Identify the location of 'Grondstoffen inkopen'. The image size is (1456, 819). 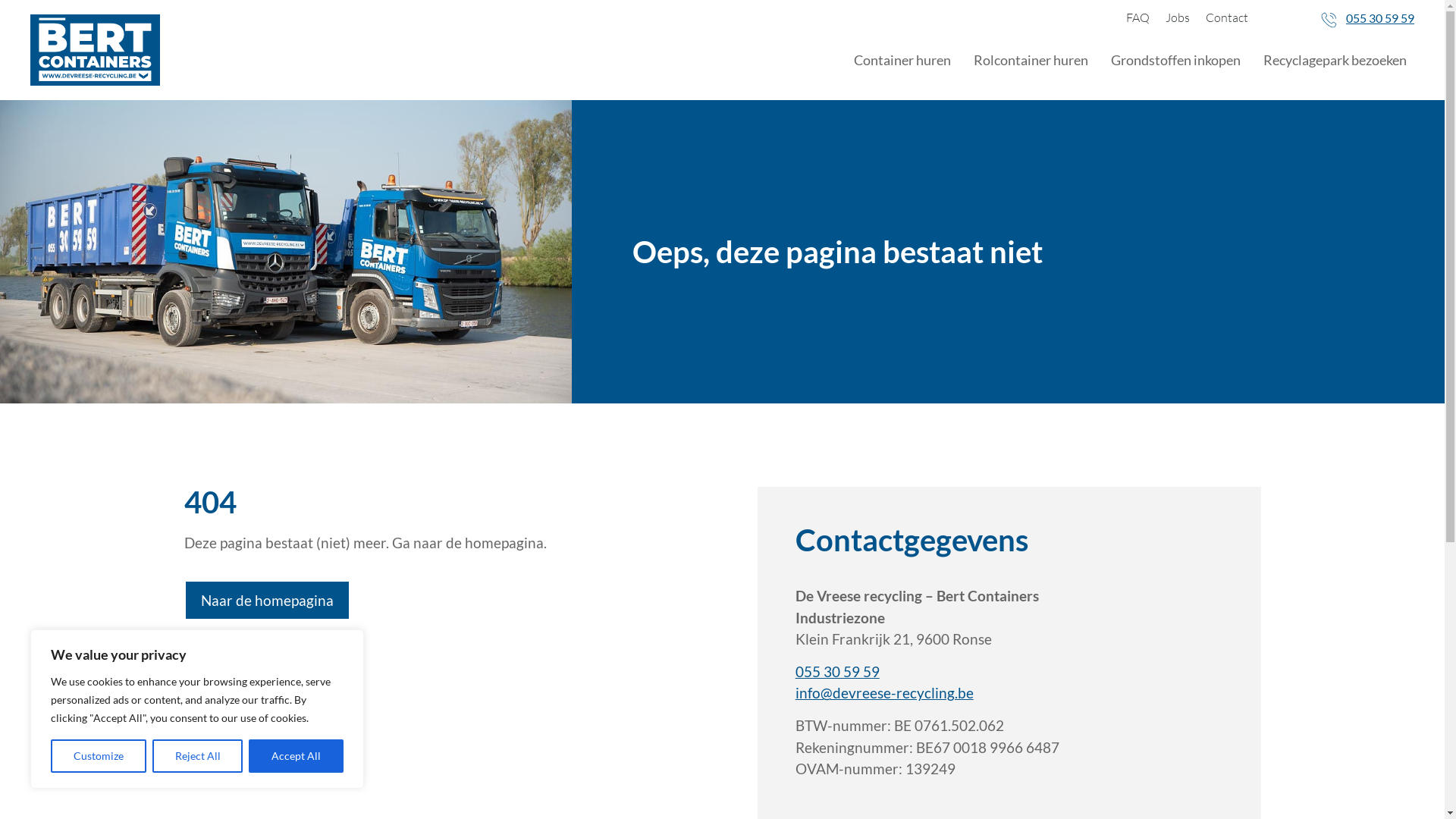
(1175, 58).